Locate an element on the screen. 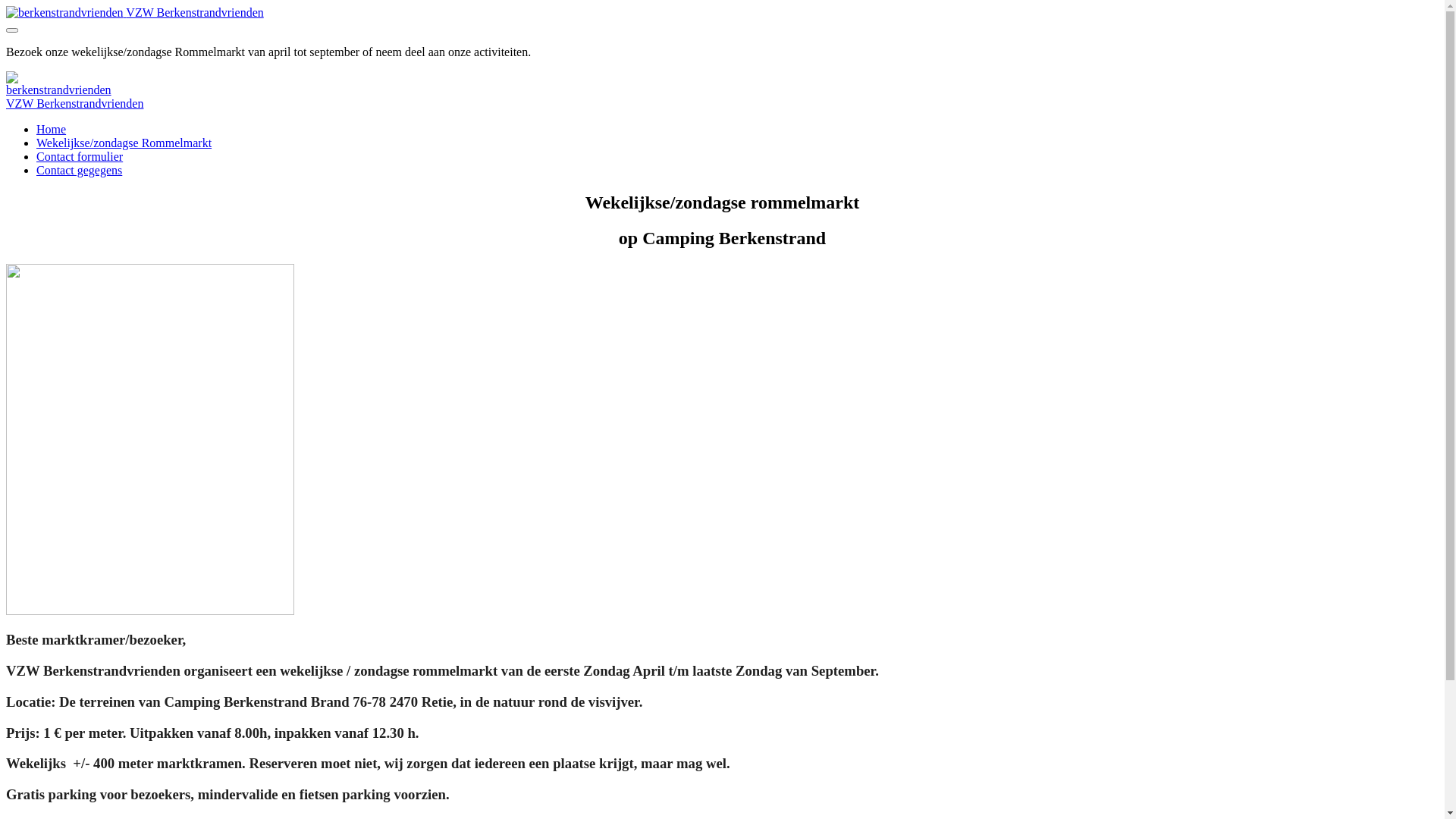 This screenshot has width=1456, height=819. 'berkenstrandvrienden' is located at coordinates (64, 12).